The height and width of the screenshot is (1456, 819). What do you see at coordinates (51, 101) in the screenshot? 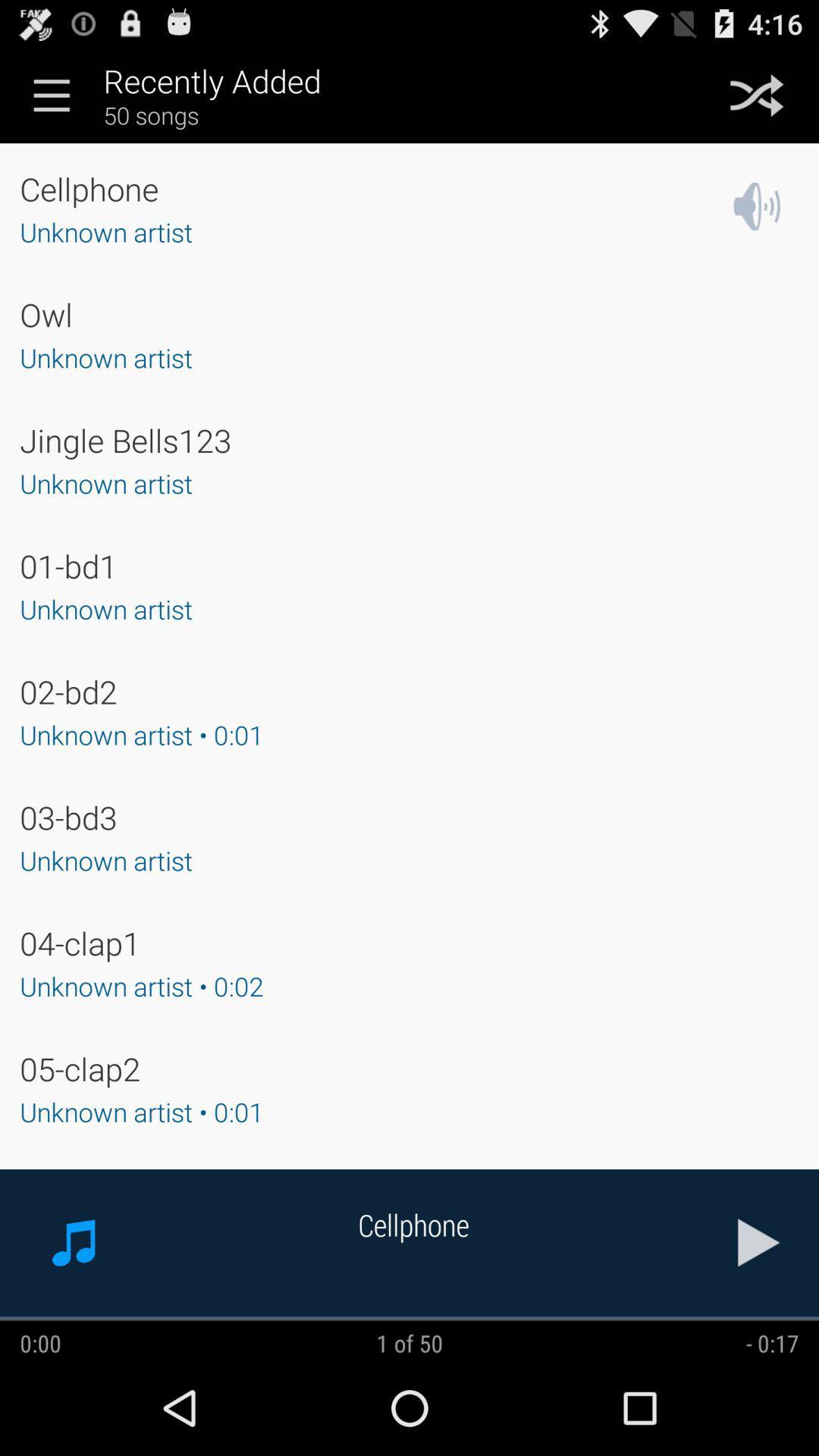
I see `the menu icon` at bounding box center [51, 101].